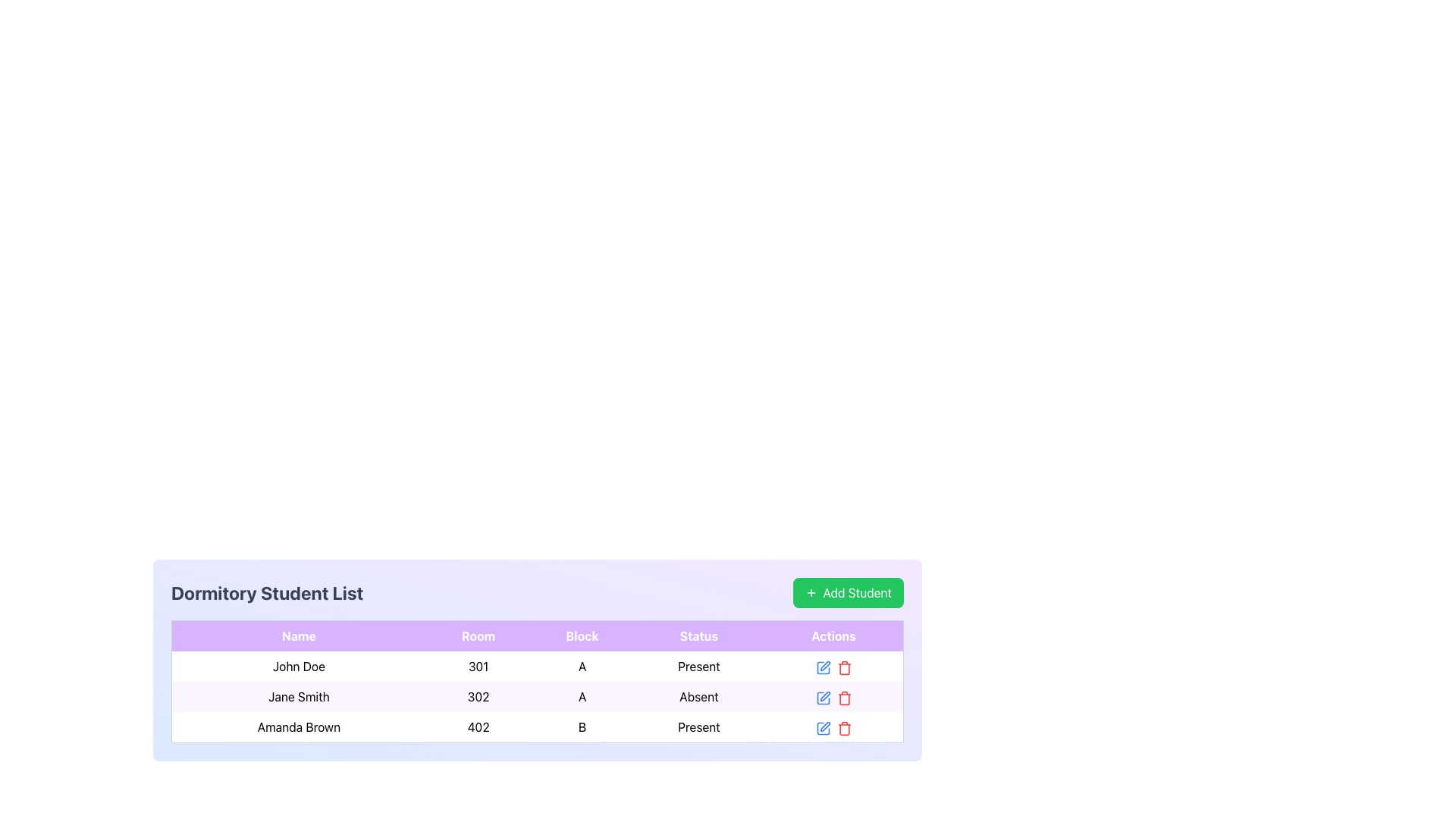  Describe the element at coordinates (843, 698) in the screenshot. I see `the red trash bin icon button in the Actions column of the table for the second row associated with Jane Smith` at that location.